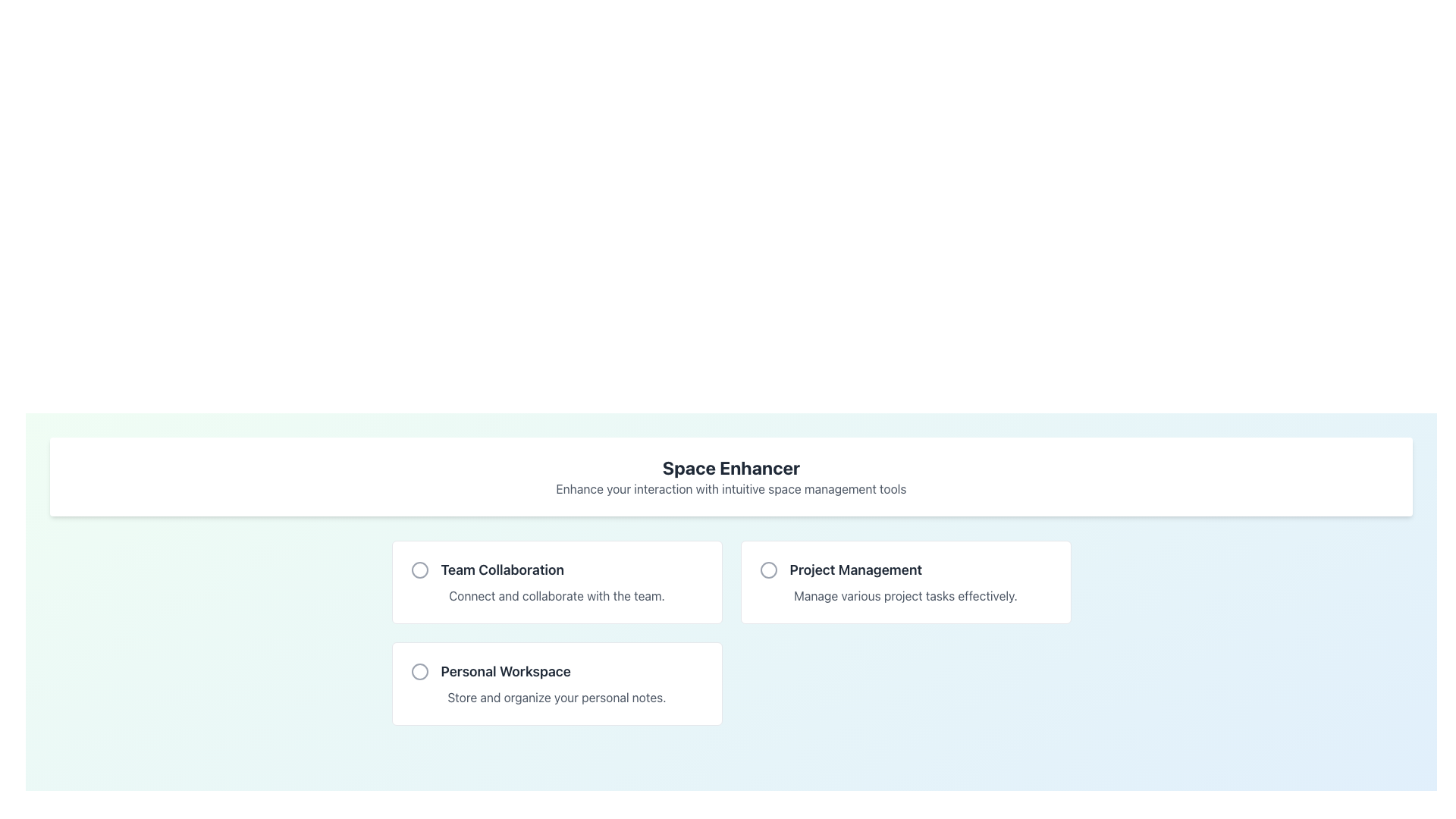 The width and height of the screenshot is (1456, 819). Describe the element at coordinates (768, 570) in the screenshot. I see `the decorative circular icon positioned to the left of the 'Project Management' text within its card layout` at that location.